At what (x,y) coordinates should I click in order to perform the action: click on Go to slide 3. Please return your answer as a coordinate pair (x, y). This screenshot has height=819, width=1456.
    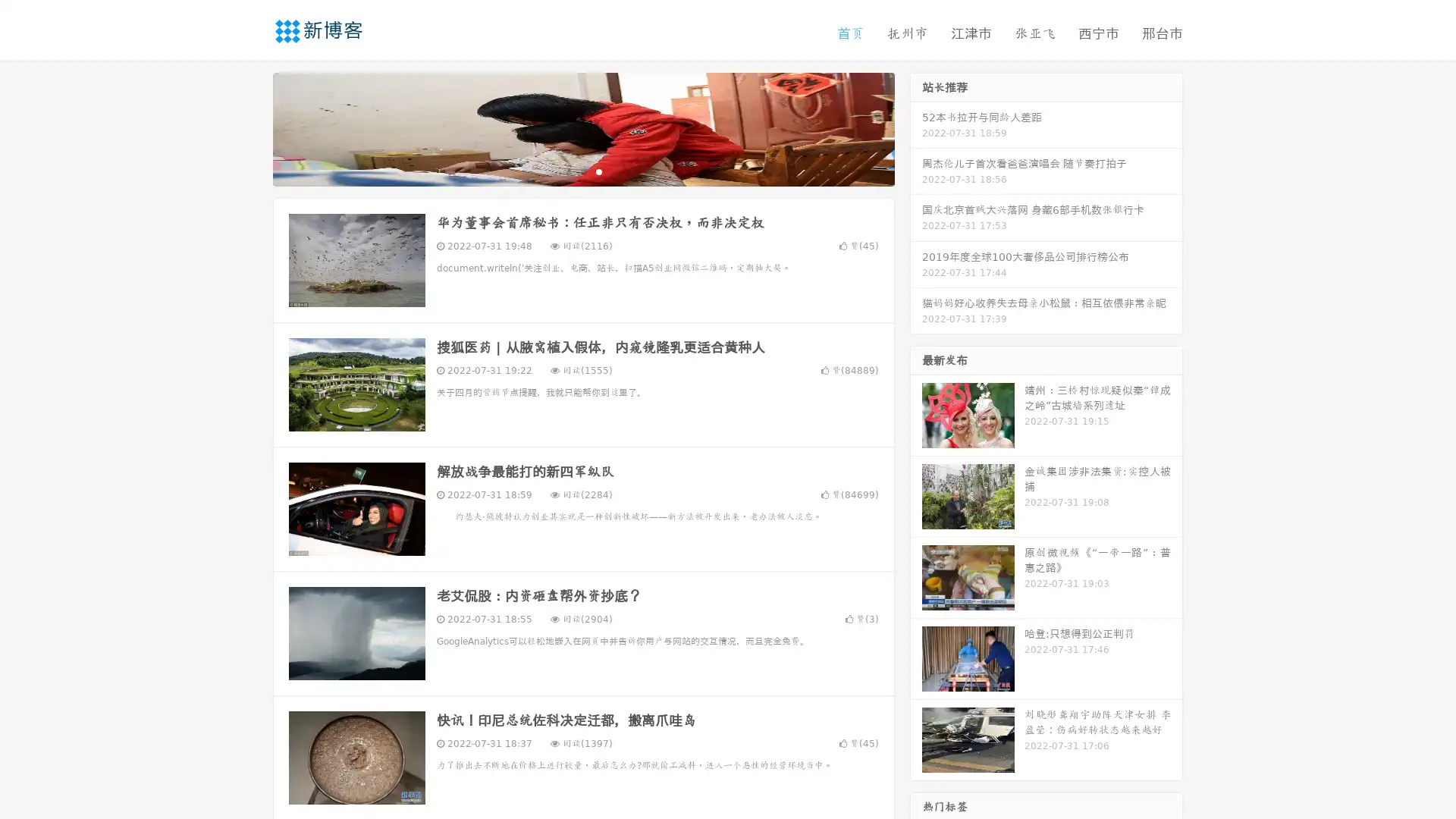
    Looking at the image, I should click on (598, 171).